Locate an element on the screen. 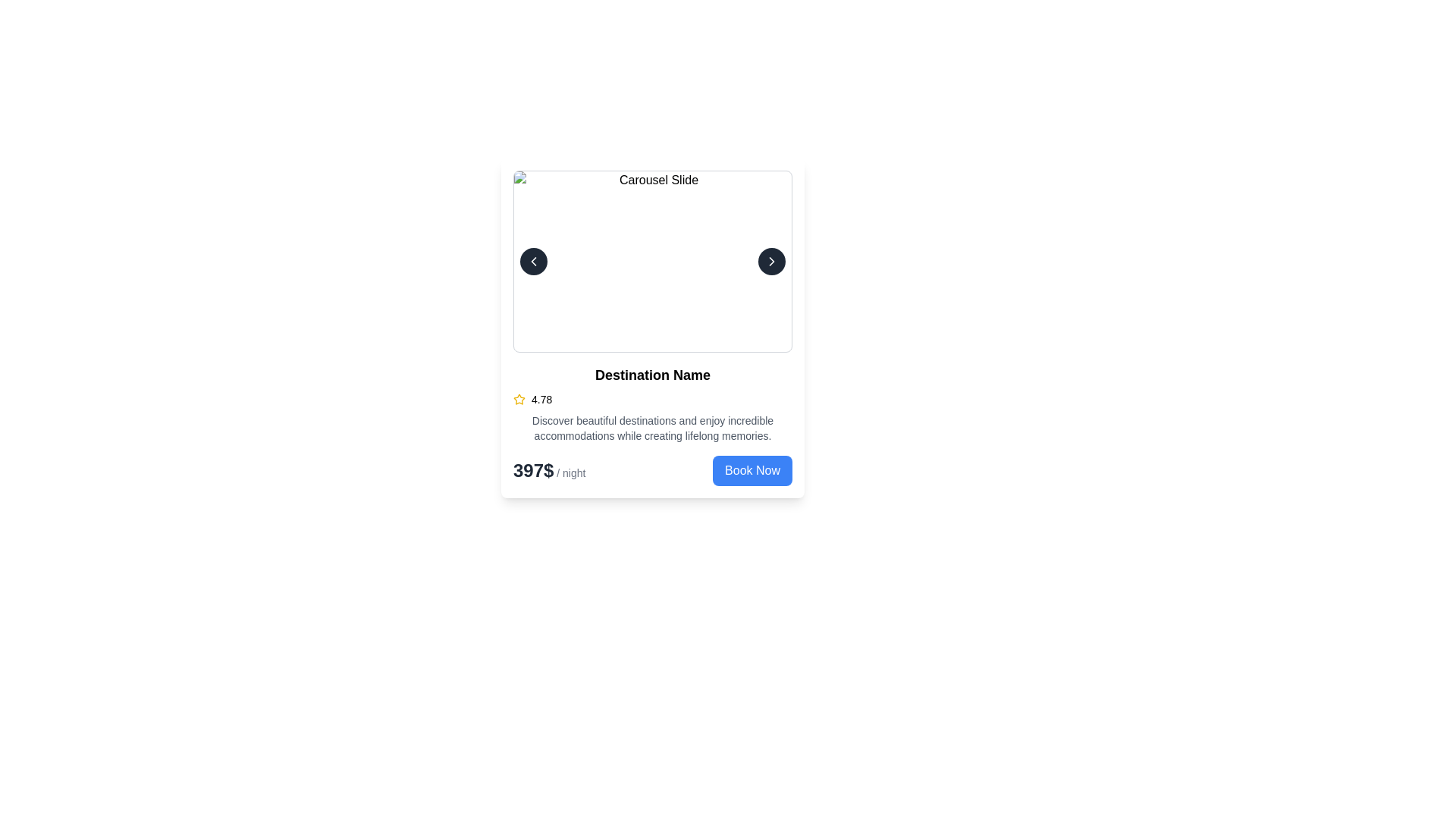  text label displaying '4.78' which is positioned next to a star icon, representing a rating score is located at coordinates (541, 399).